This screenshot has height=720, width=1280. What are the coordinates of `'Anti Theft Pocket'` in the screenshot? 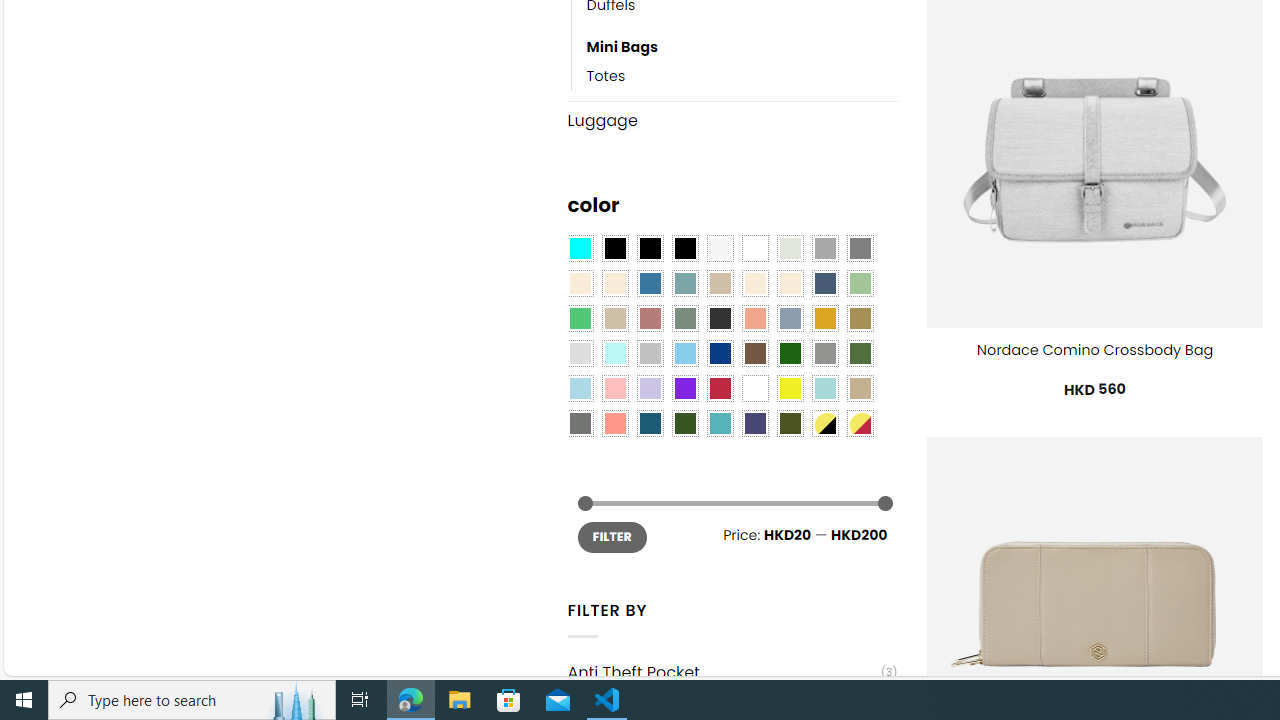 It's located at (722, 672).